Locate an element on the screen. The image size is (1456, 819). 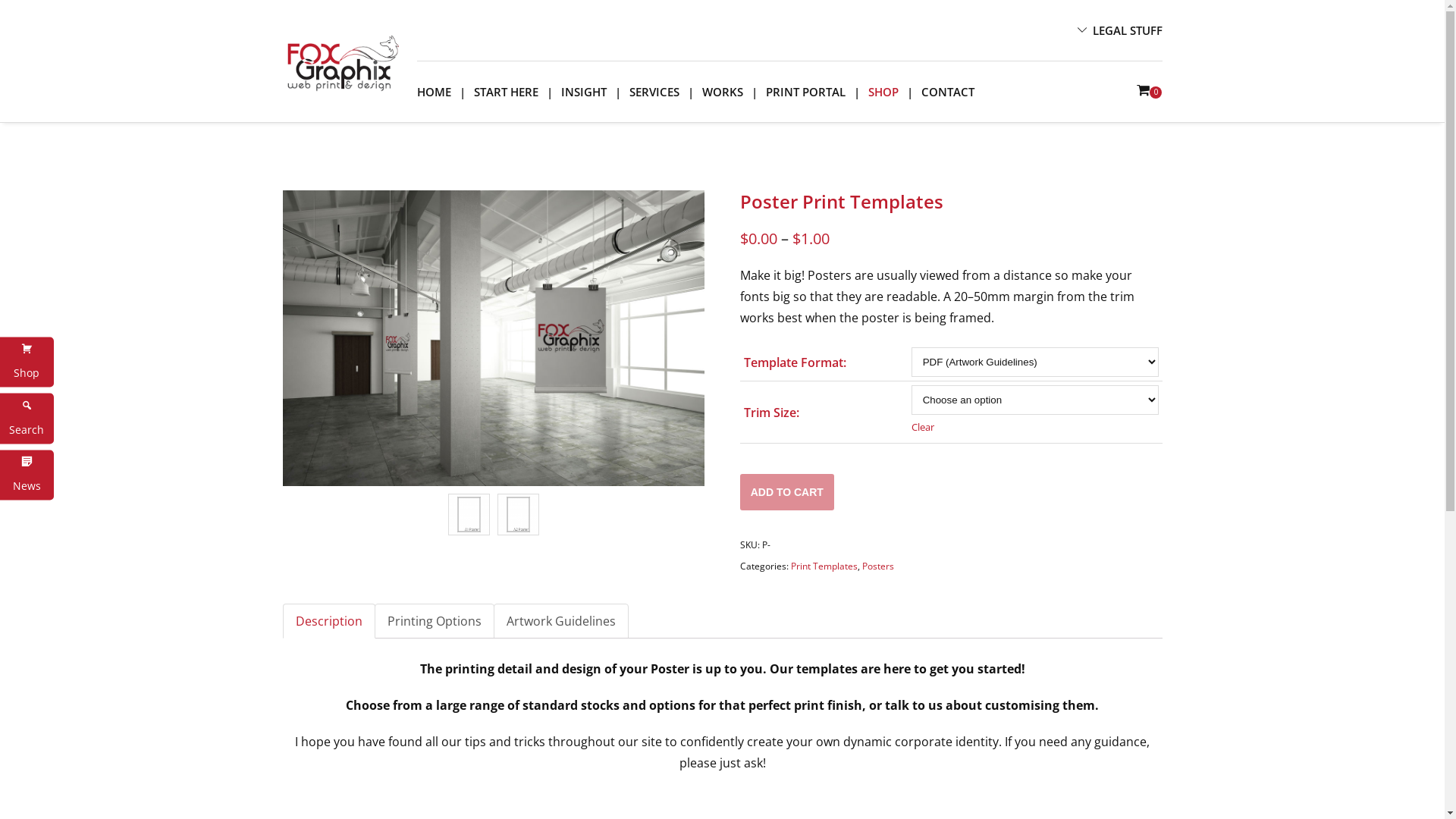
'Print Templates' is located at coordinates (823, 566).